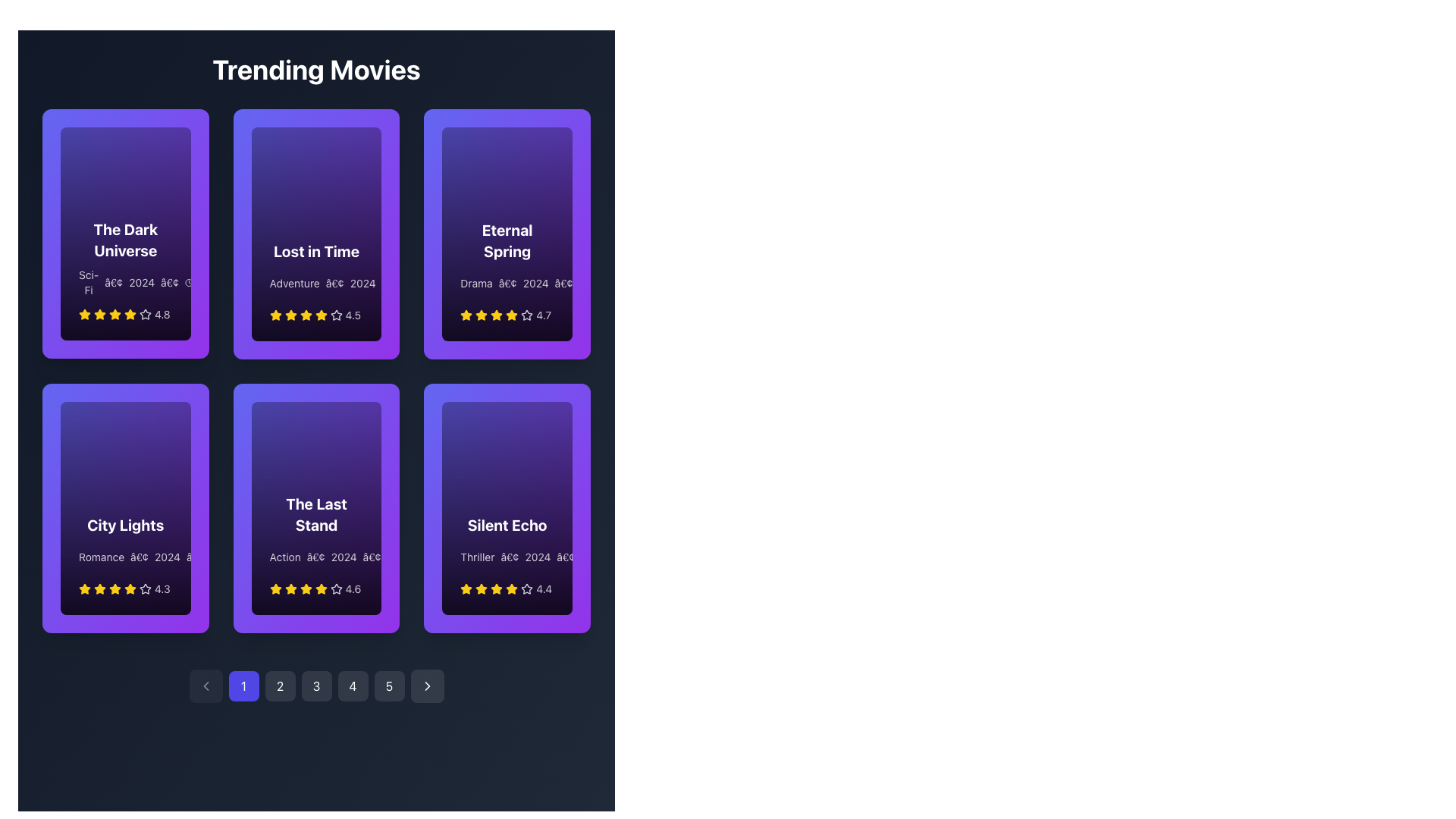  Describe the element at coordinates (183, 415) in the screenshot. I see `the triangular play button icon within the 'City Lights' card` at that location.